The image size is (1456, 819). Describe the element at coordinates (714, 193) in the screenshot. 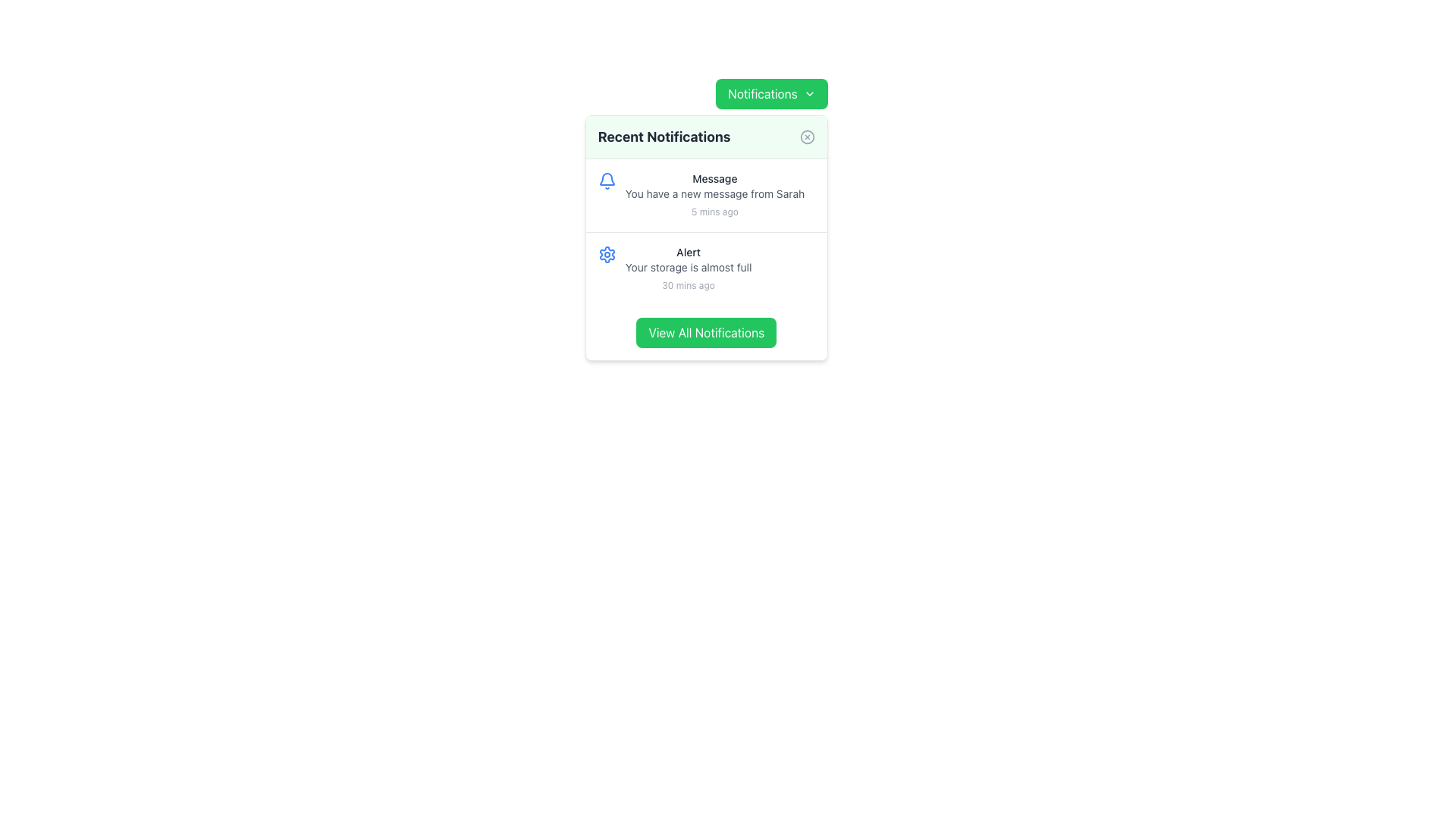

I see `the text element that provides additional information about the new message received, which is located below the title 'Message' and above the timestamp '5 mins ago' in the notification entry of the 'Recent Notifications' section` at that location.